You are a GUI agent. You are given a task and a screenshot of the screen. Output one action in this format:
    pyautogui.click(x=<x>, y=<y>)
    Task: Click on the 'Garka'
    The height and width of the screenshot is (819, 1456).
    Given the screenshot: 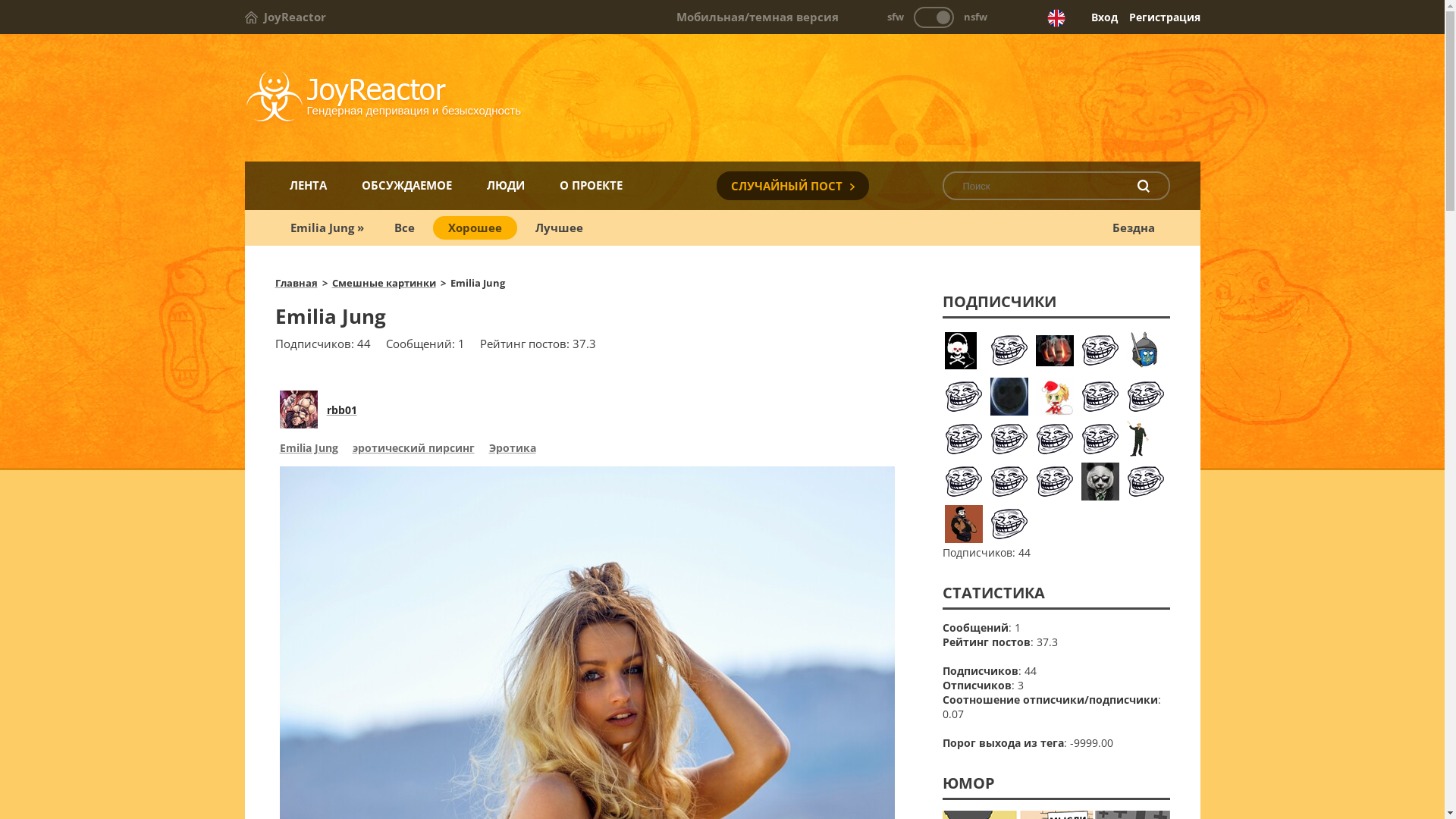 What is the action you would take?
    pyautogui.click(x=1100, y=438)
    